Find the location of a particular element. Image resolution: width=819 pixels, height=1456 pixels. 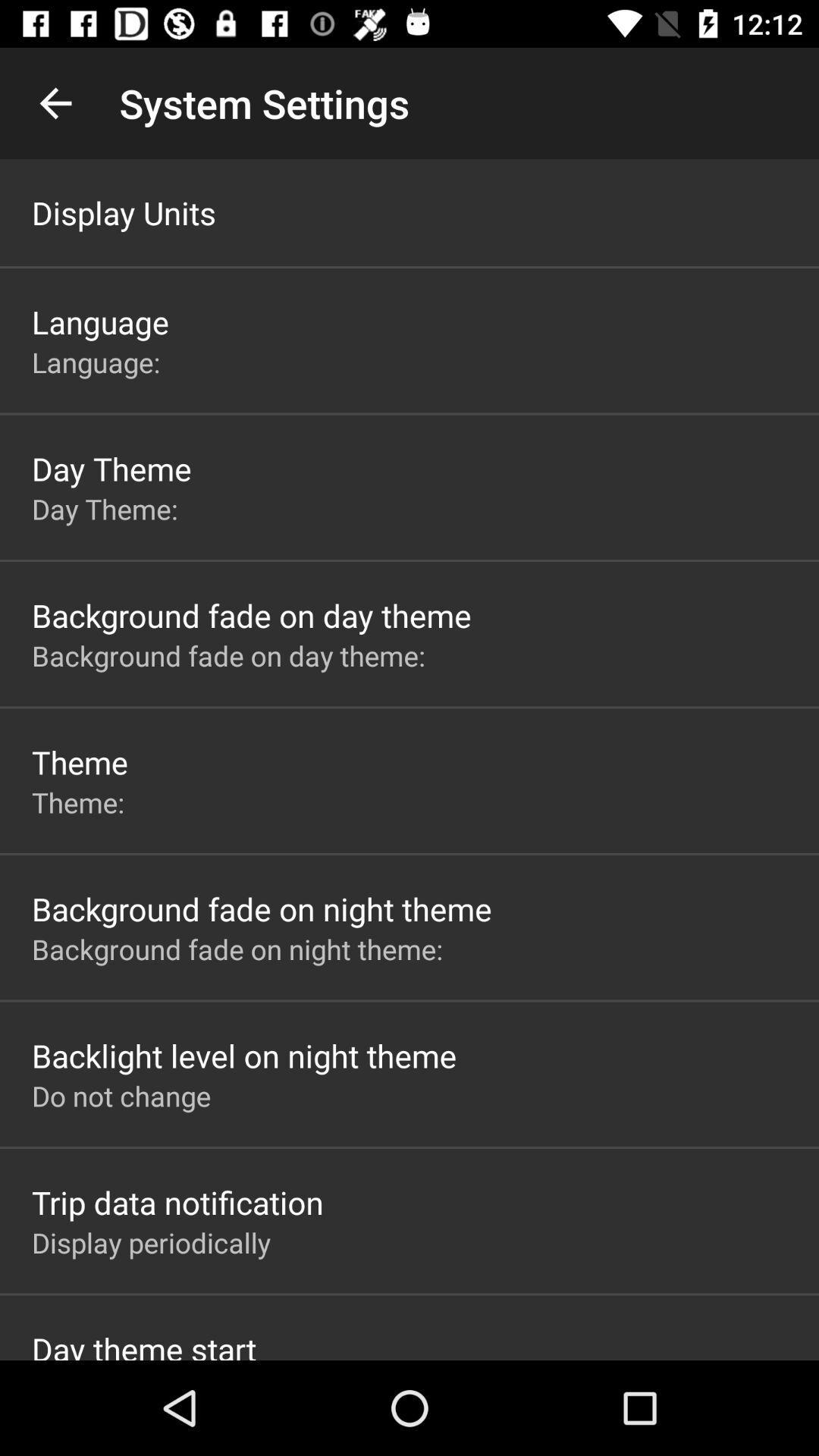

icon to the left of the system settings item is located at coordinates (55, 102).